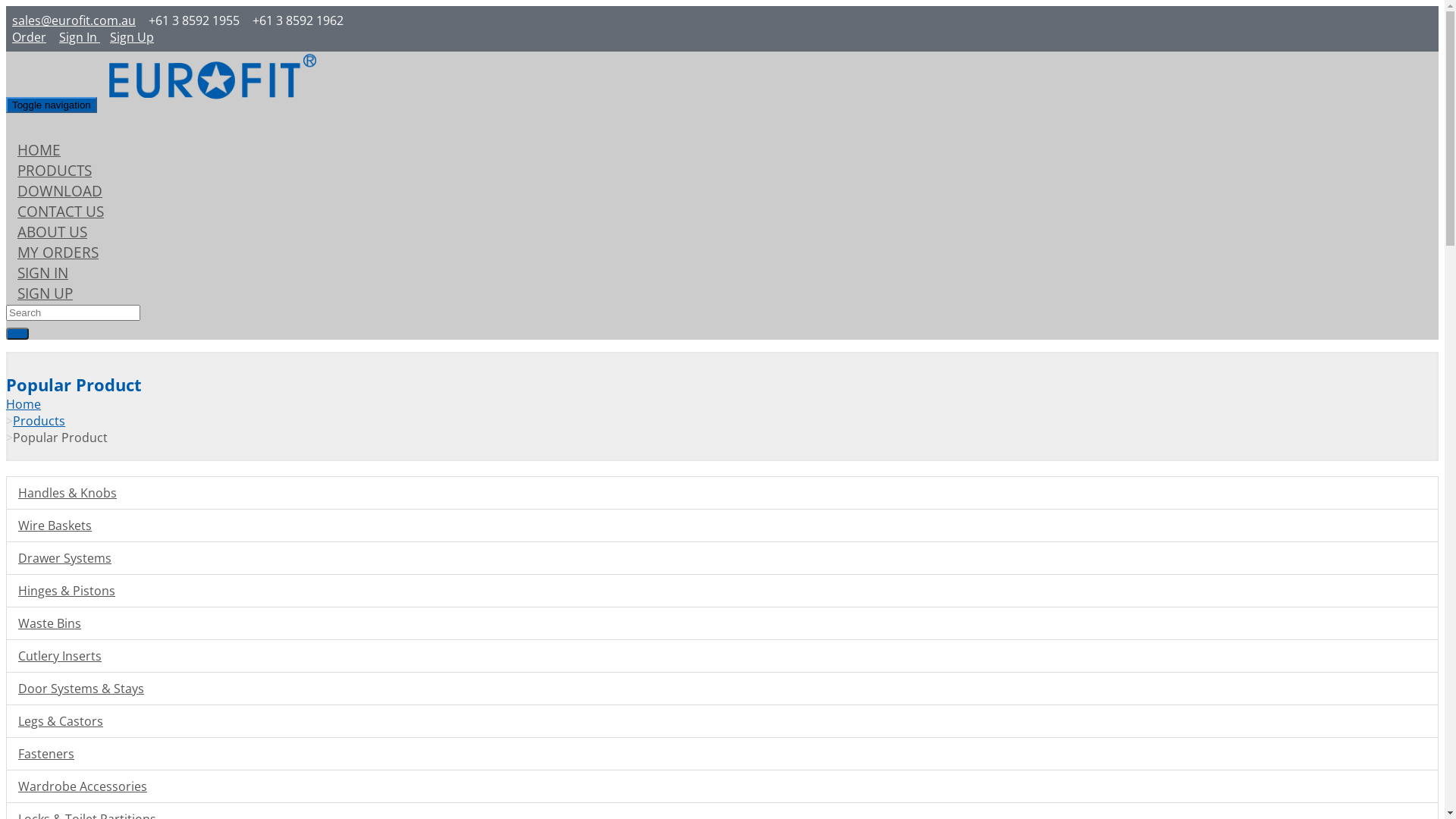  Describe the element at coordinates (6, 654) in the screenshot. I see `'Cutlery Inserts'` at that location.